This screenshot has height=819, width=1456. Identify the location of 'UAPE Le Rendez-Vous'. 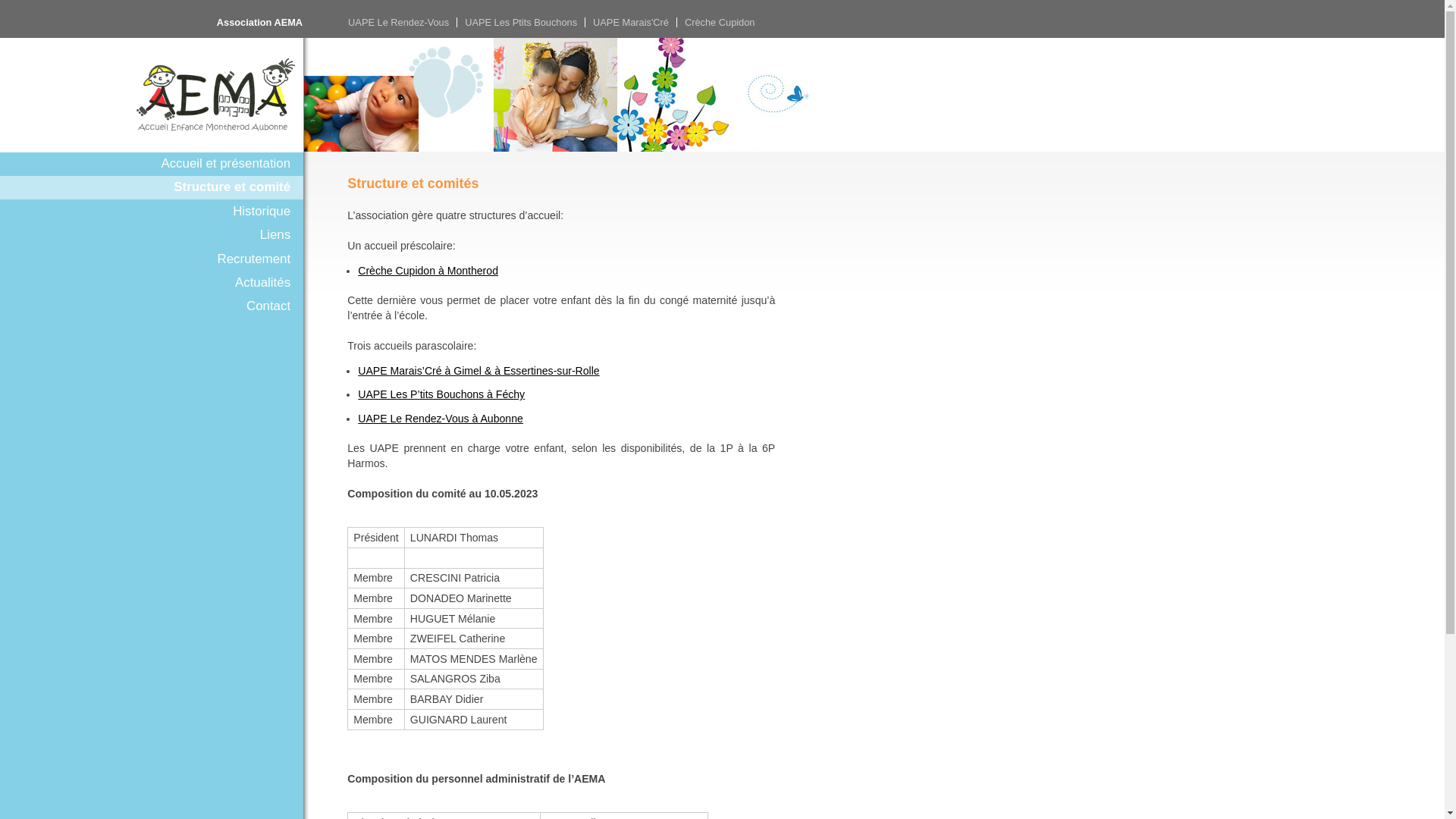
(398, 22).